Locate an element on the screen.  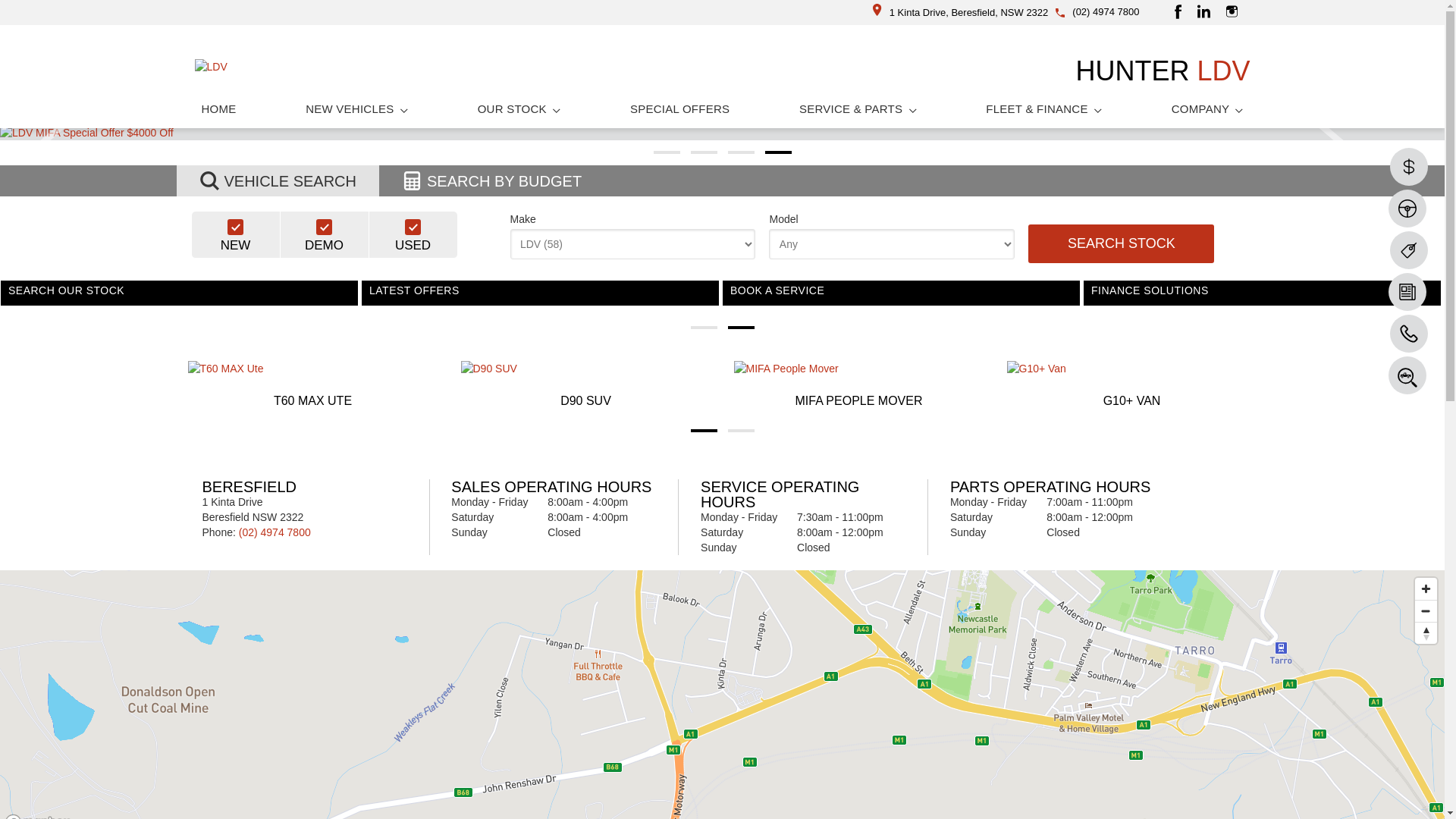
'(02) 4974 7800' is located at coordinates (1106, 11).